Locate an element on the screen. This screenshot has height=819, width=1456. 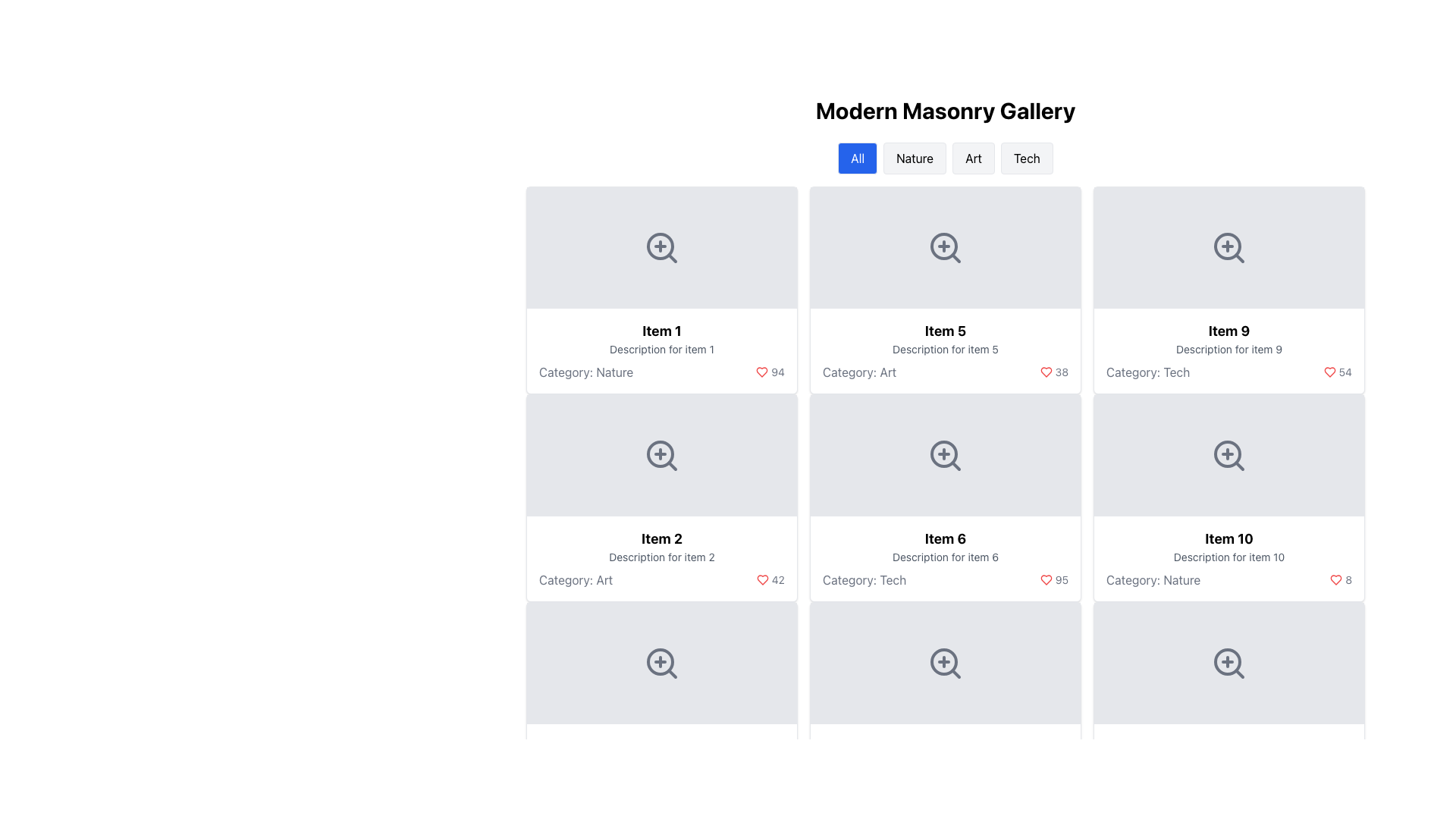
the text label displaying 'Category: Nature' located below the description of 'Item 10' in the grid layout is located at coordinates (1153, 579).